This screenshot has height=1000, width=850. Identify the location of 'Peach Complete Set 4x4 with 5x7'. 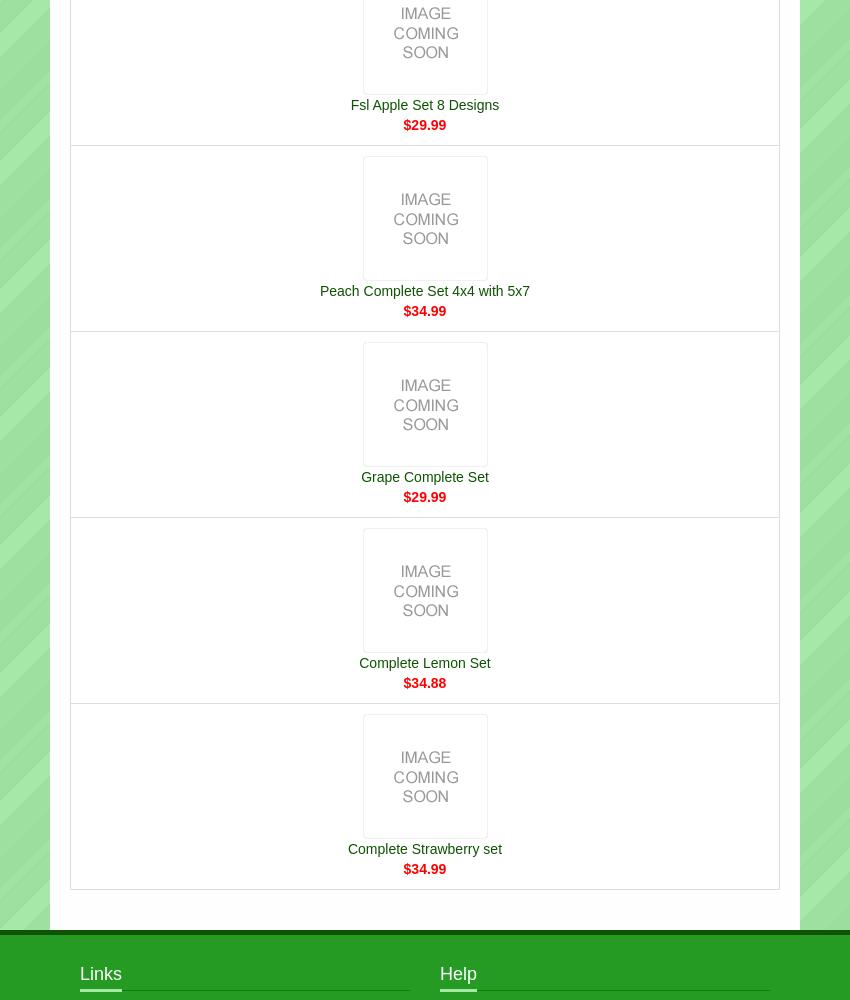
(424, 290).